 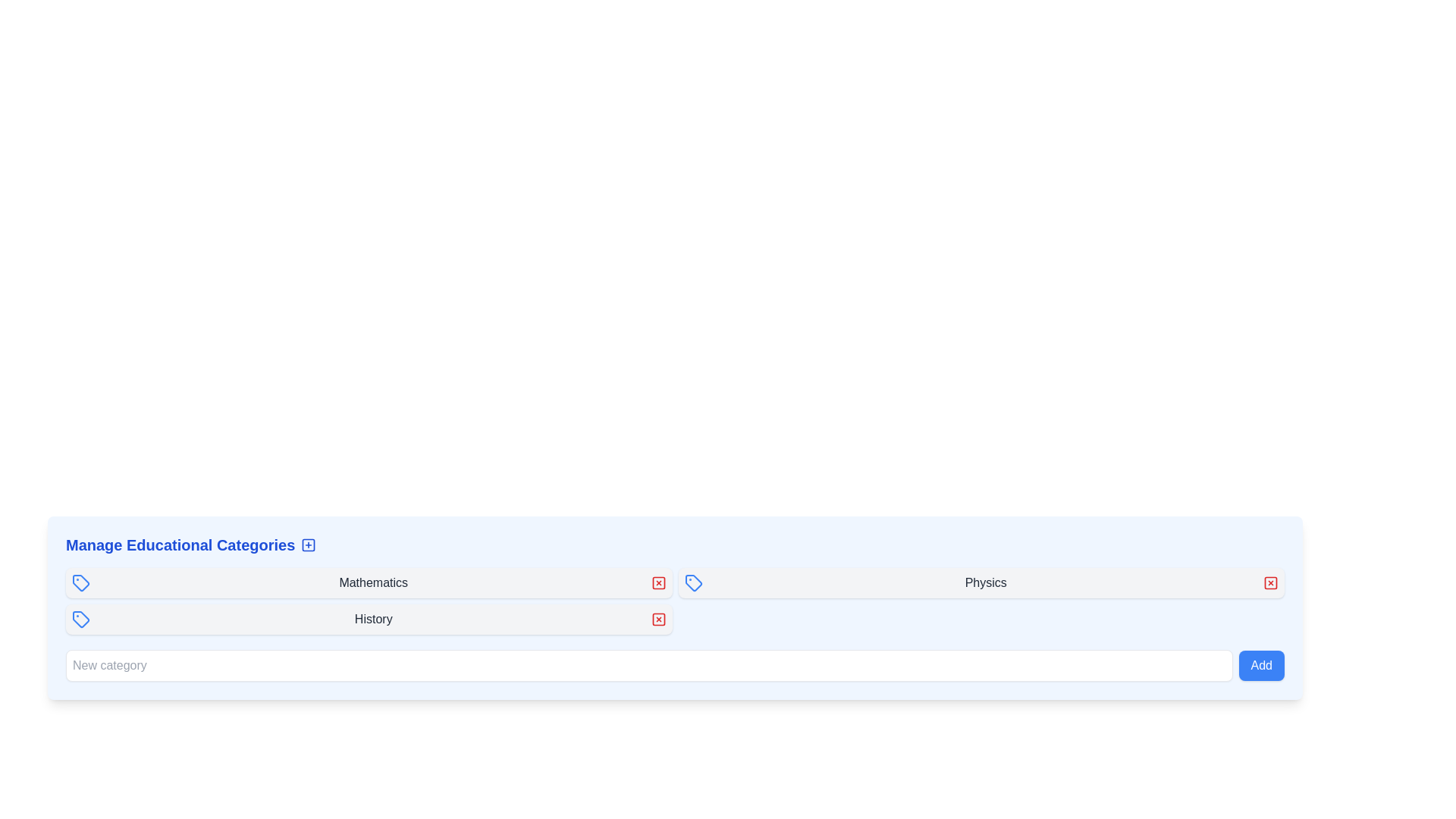 What do you see at coordinates (308, 544) in the screenshot?
I see `the blue square icon with a plus sign in the center, located to the right of the 'Manage Educational Categories' header` at bounding box center [308, 544].